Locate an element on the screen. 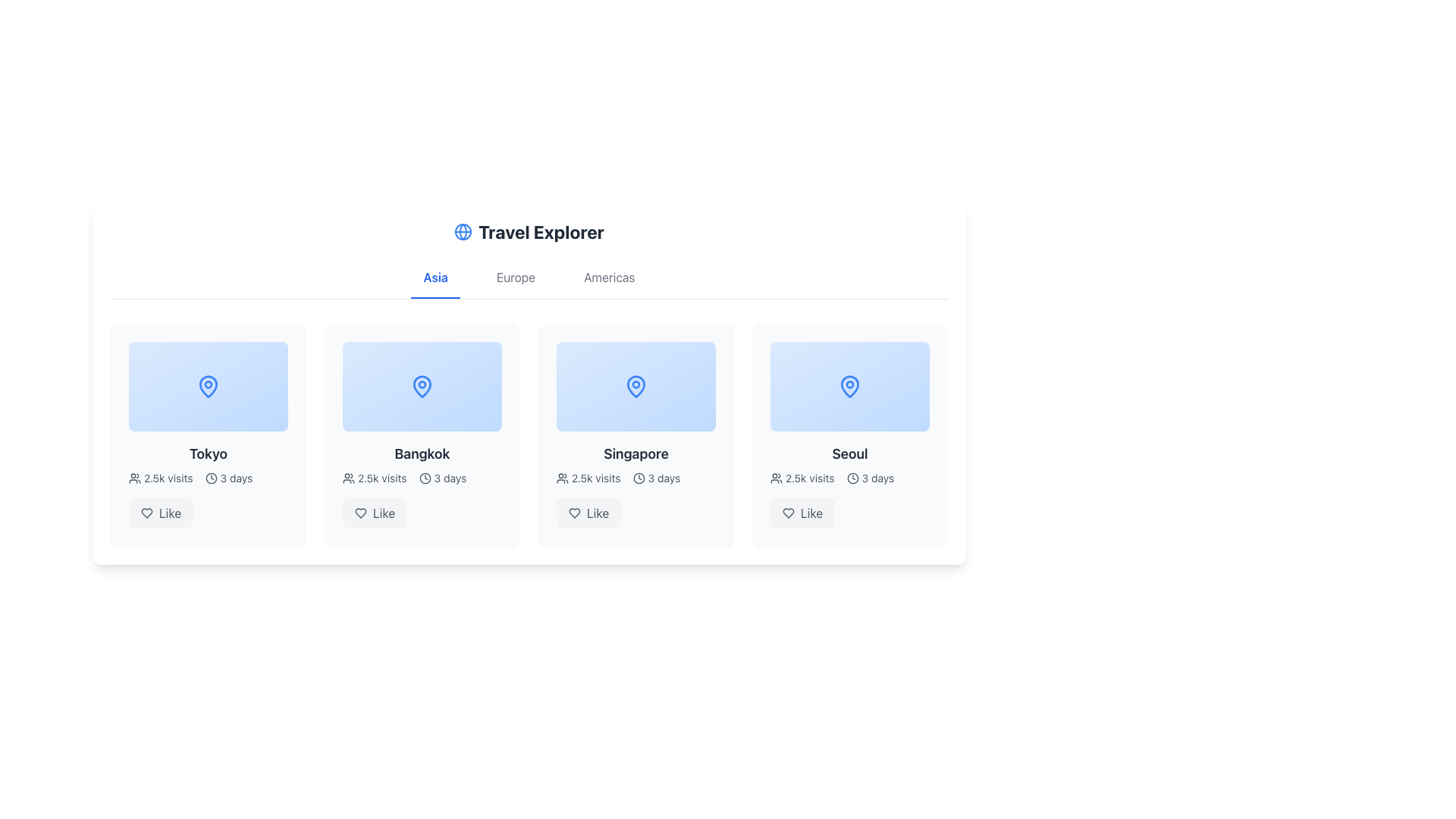  the icon representing multiple users located to the left of the text '2.5k visits' within the second item (Singapore) of a grid layout is located at coordinates (562, 479).